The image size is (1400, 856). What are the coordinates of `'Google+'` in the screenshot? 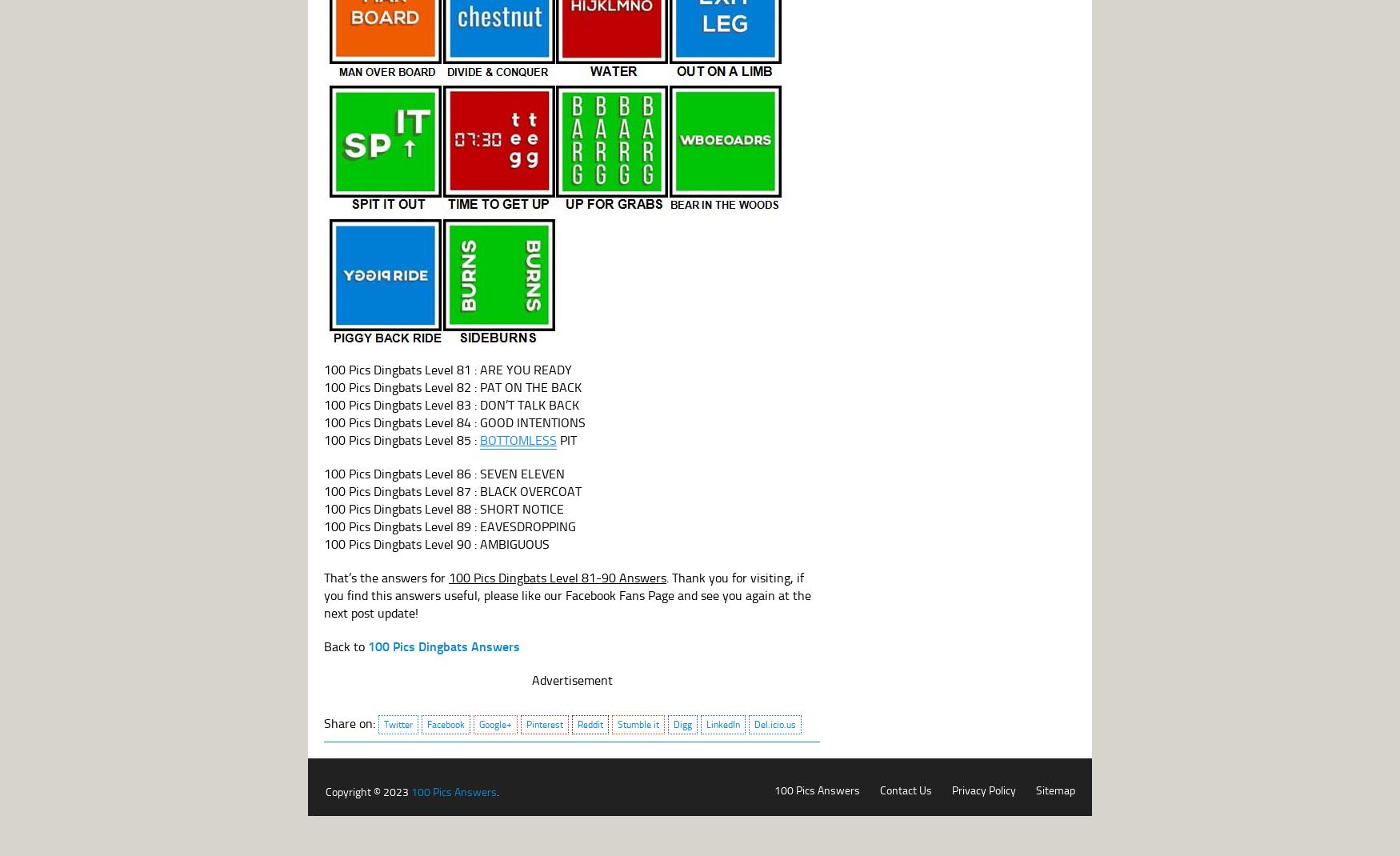 It's located at (495, 723).